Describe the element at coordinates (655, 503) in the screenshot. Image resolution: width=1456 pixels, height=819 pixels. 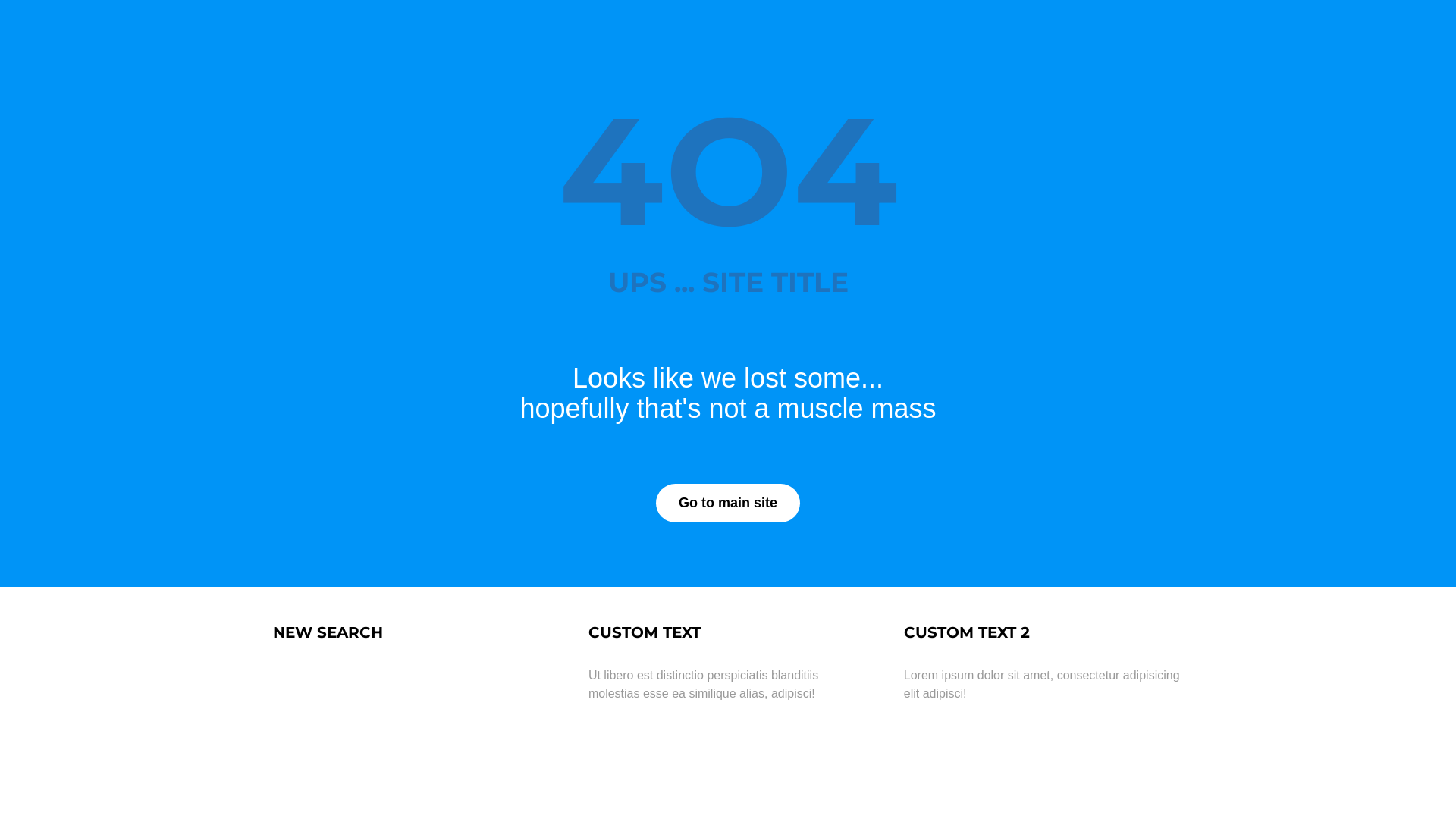
I see `'Go to main site'` at that location.